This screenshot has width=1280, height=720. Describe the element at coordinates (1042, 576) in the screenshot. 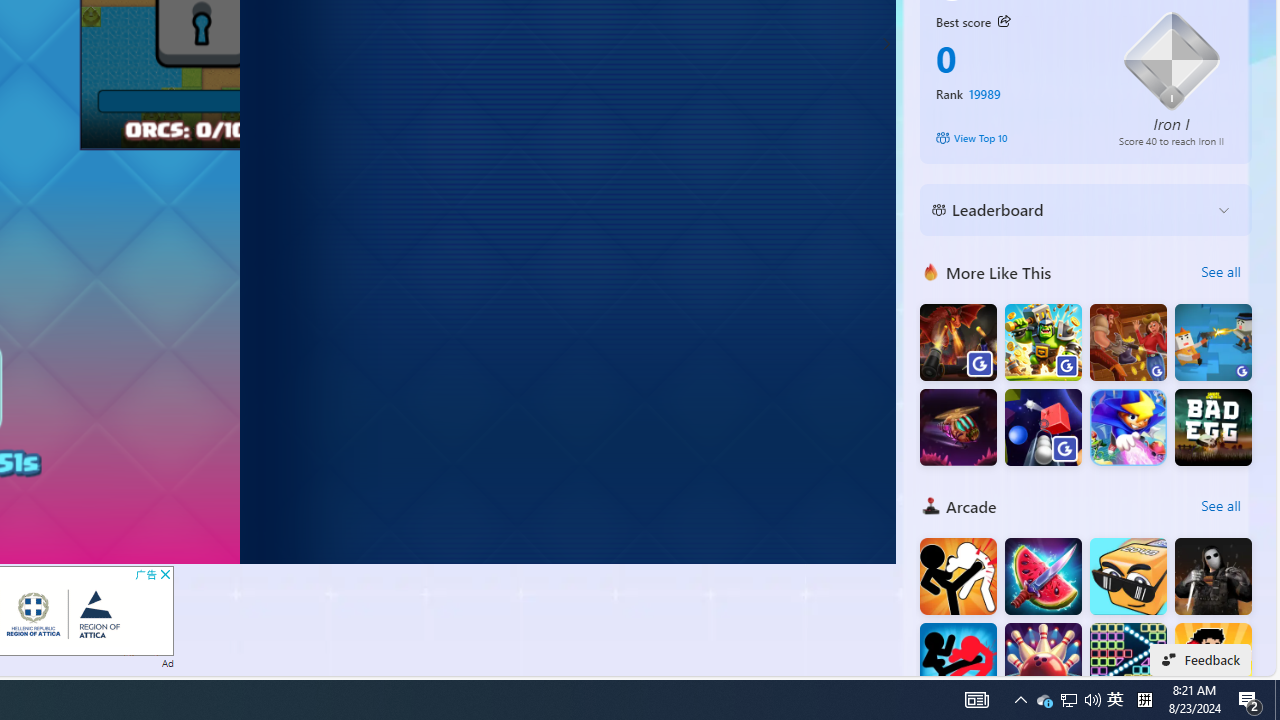

I see `'Fruit Chopper'` at that location.